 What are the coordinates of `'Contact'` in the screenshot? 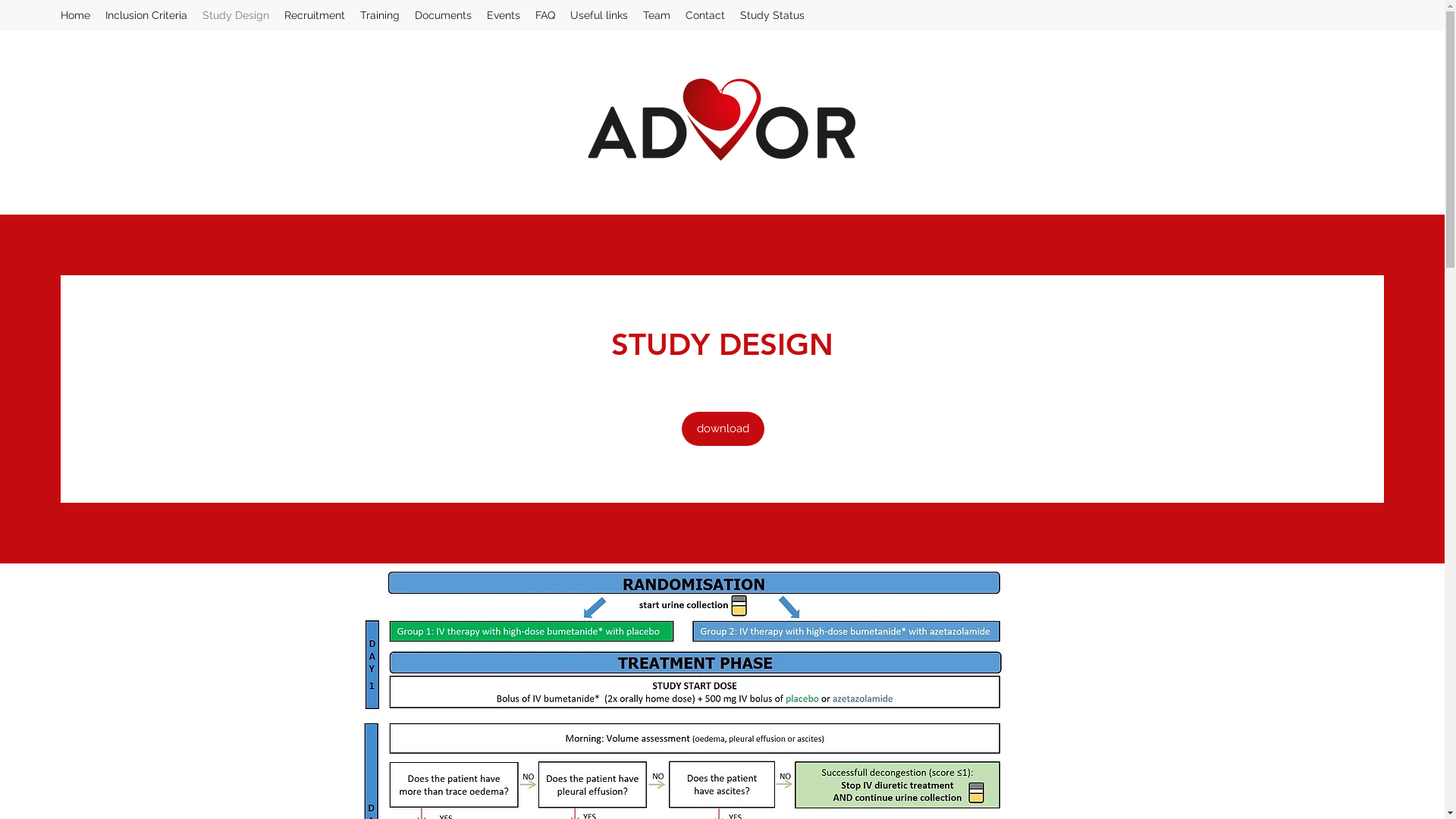 It's located at (704, 14).